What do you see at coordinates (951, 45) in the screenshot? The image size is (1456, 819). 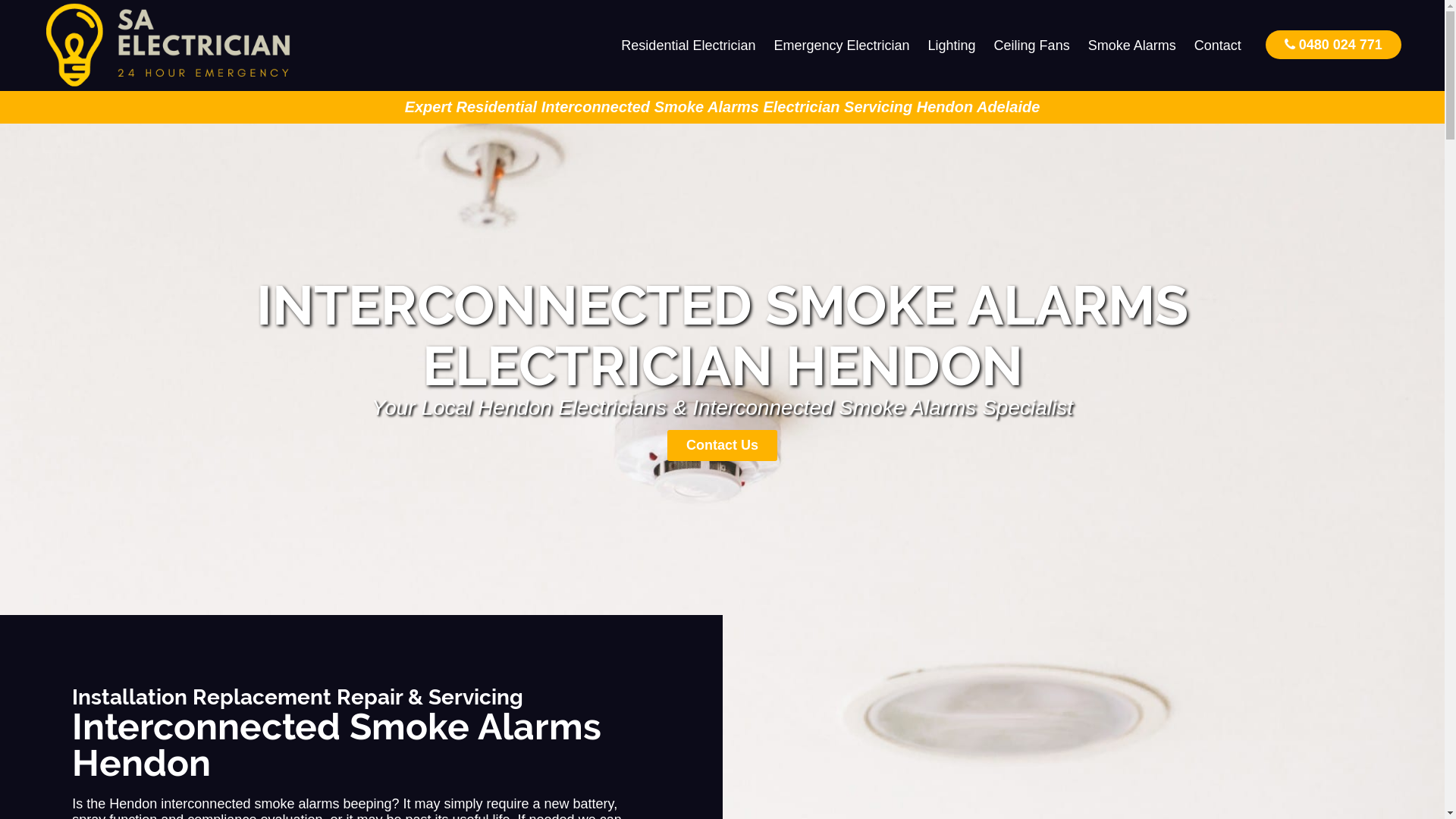 I see `'Lighting'` at bounding box center [951, 45].